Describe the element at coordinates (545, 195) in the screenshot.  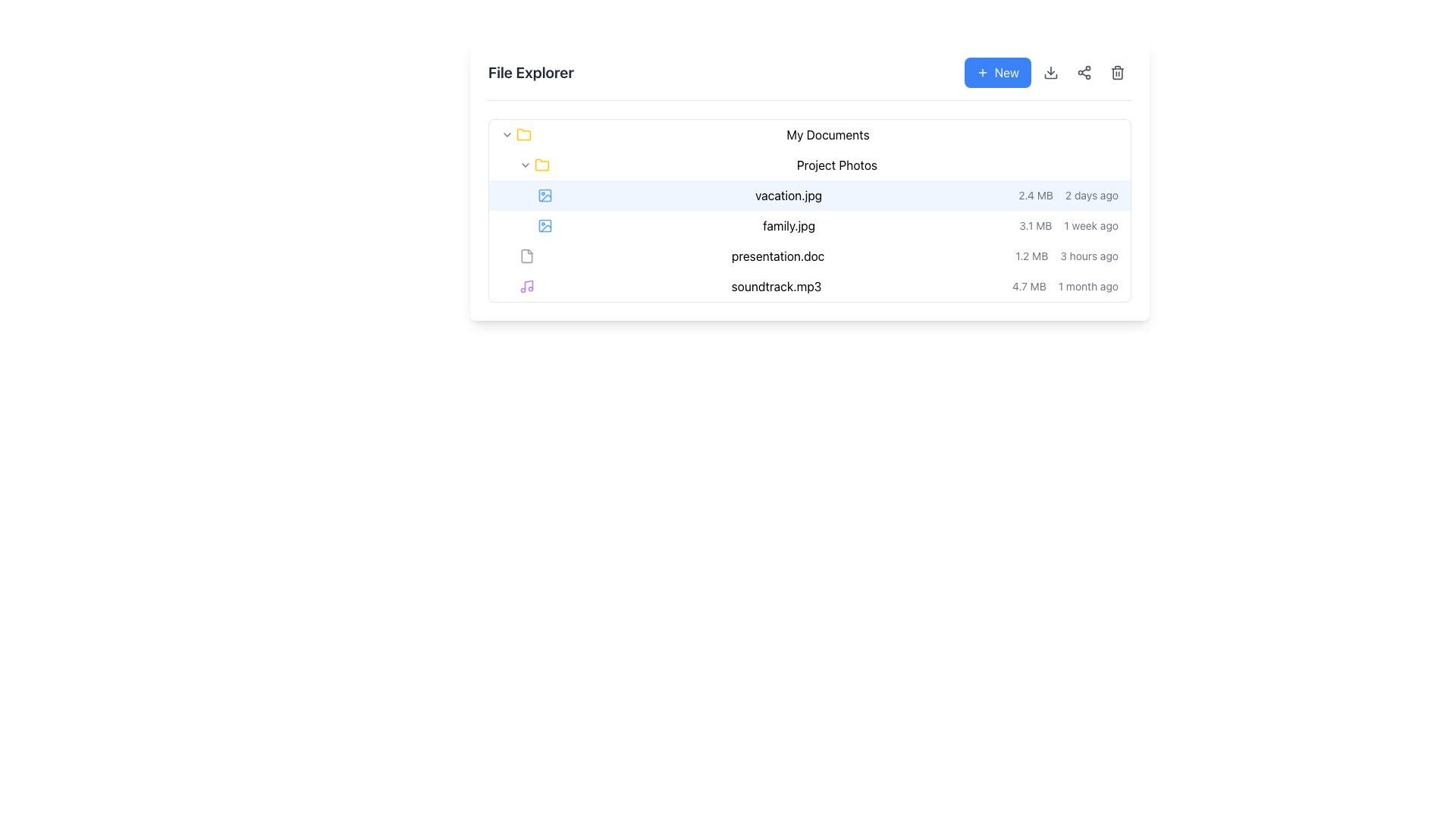
I see `the image file icon for 'vacation.jpg'` at that location.